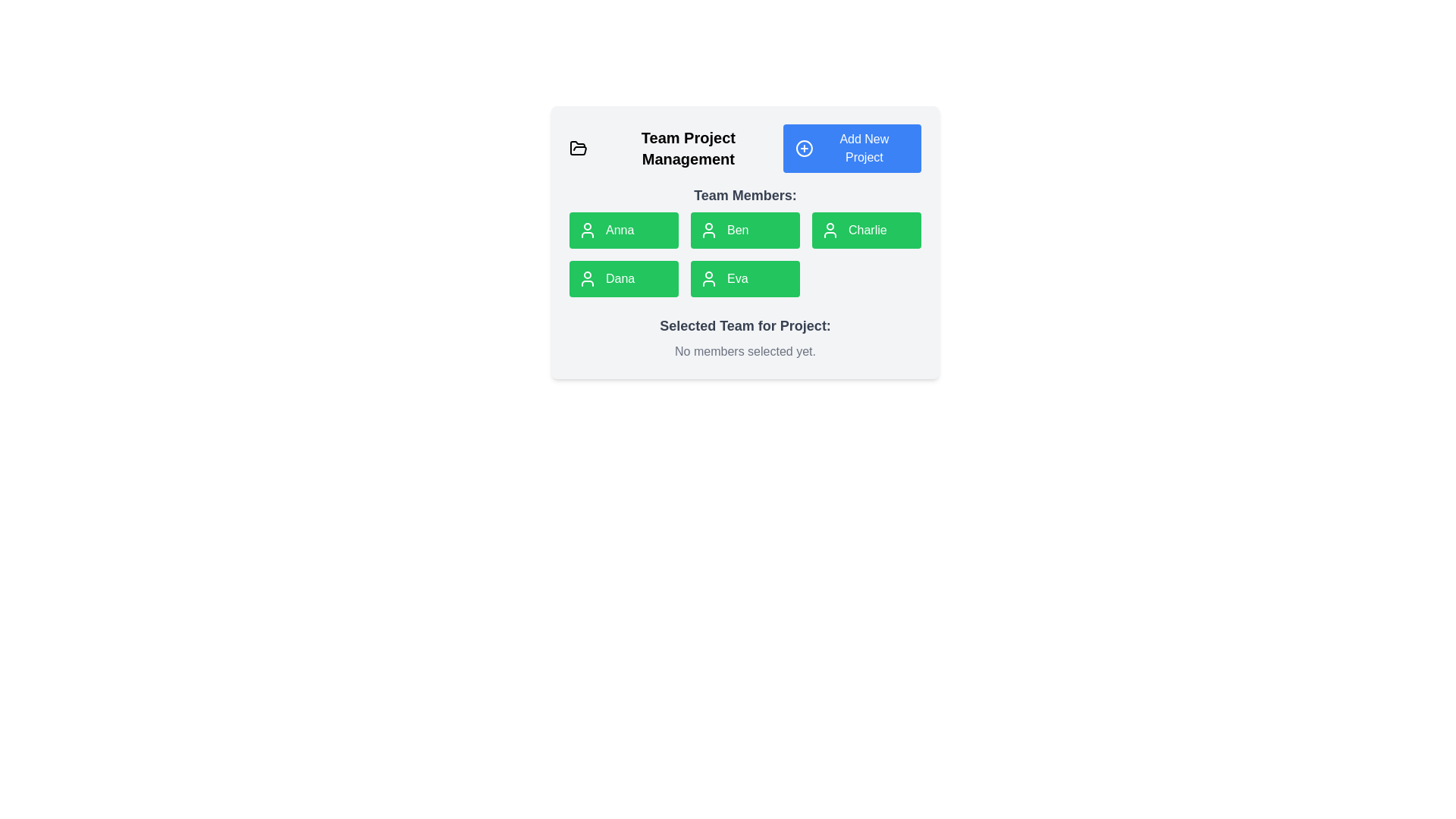 This screenshot has height=819, width=1456. Describe the element at coordinates (852, 149) in the screenshot. I see `the interactive button with a blue background and white text labeled 'Add New Project' to change its visual state` at that location.